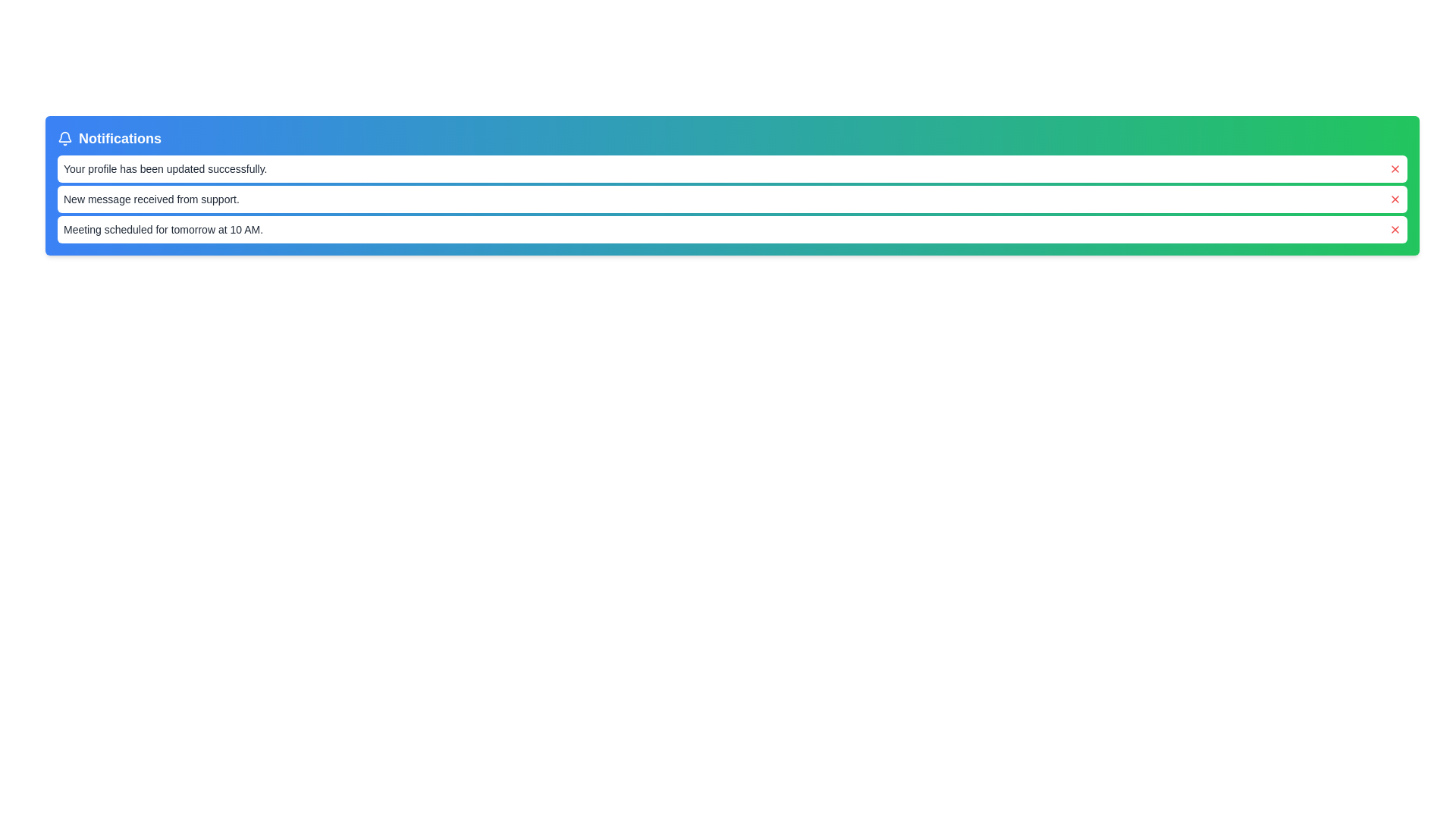 This screenshot has width=1456, height=819. What do you see at coordinates (163, 230) in the screenshot?
I see `the Text Block displaying 'Meeting scheduled for tomorrow at 10 AM.' in a small, gray font located in the notification panel` at bounding box center [163, 230].